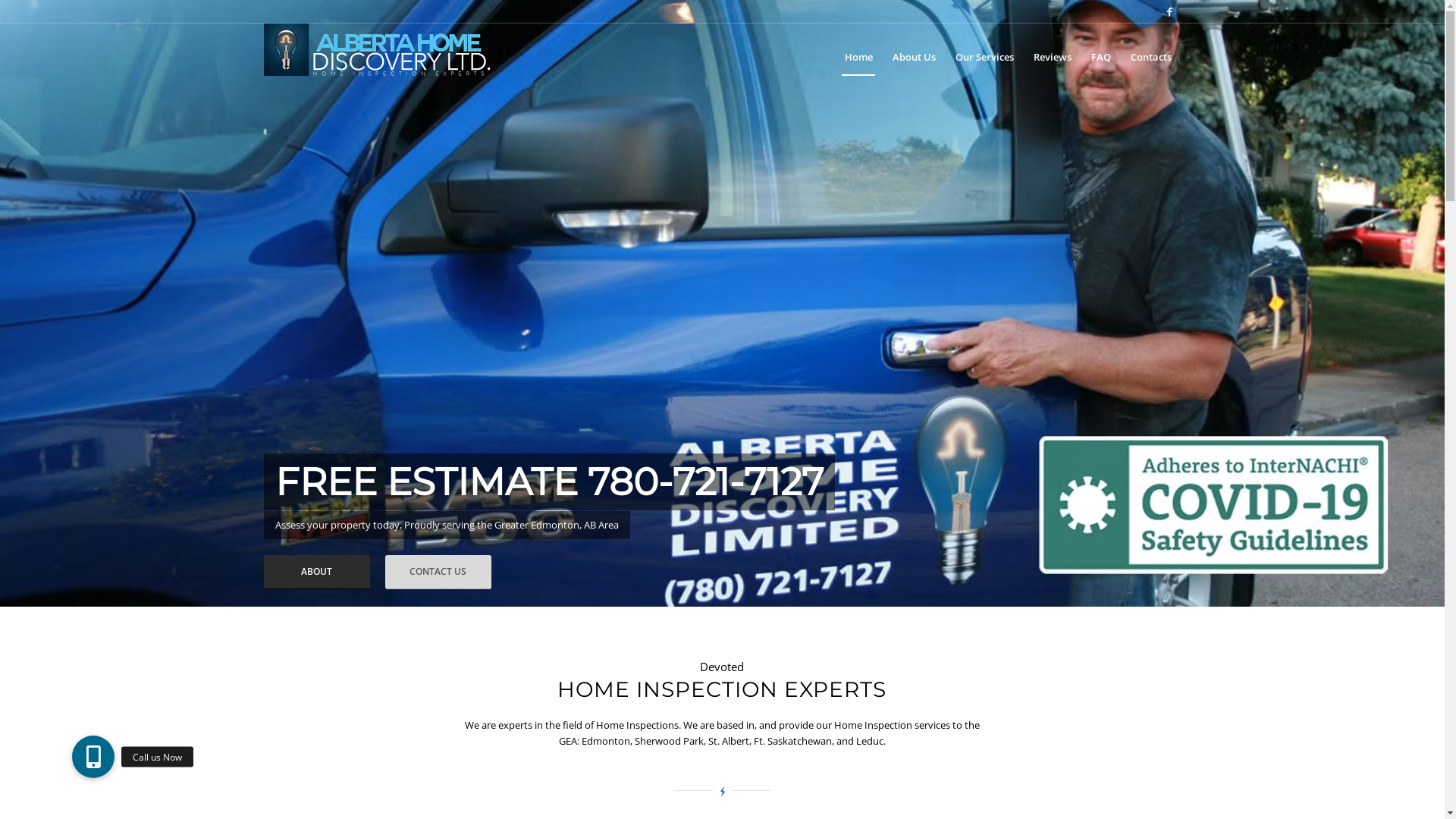 The image size is (1456, 819). What do you see at coordinates (984, 55) in the screenshot?
I see `'Our Services'` at bounding box center [984, 55].